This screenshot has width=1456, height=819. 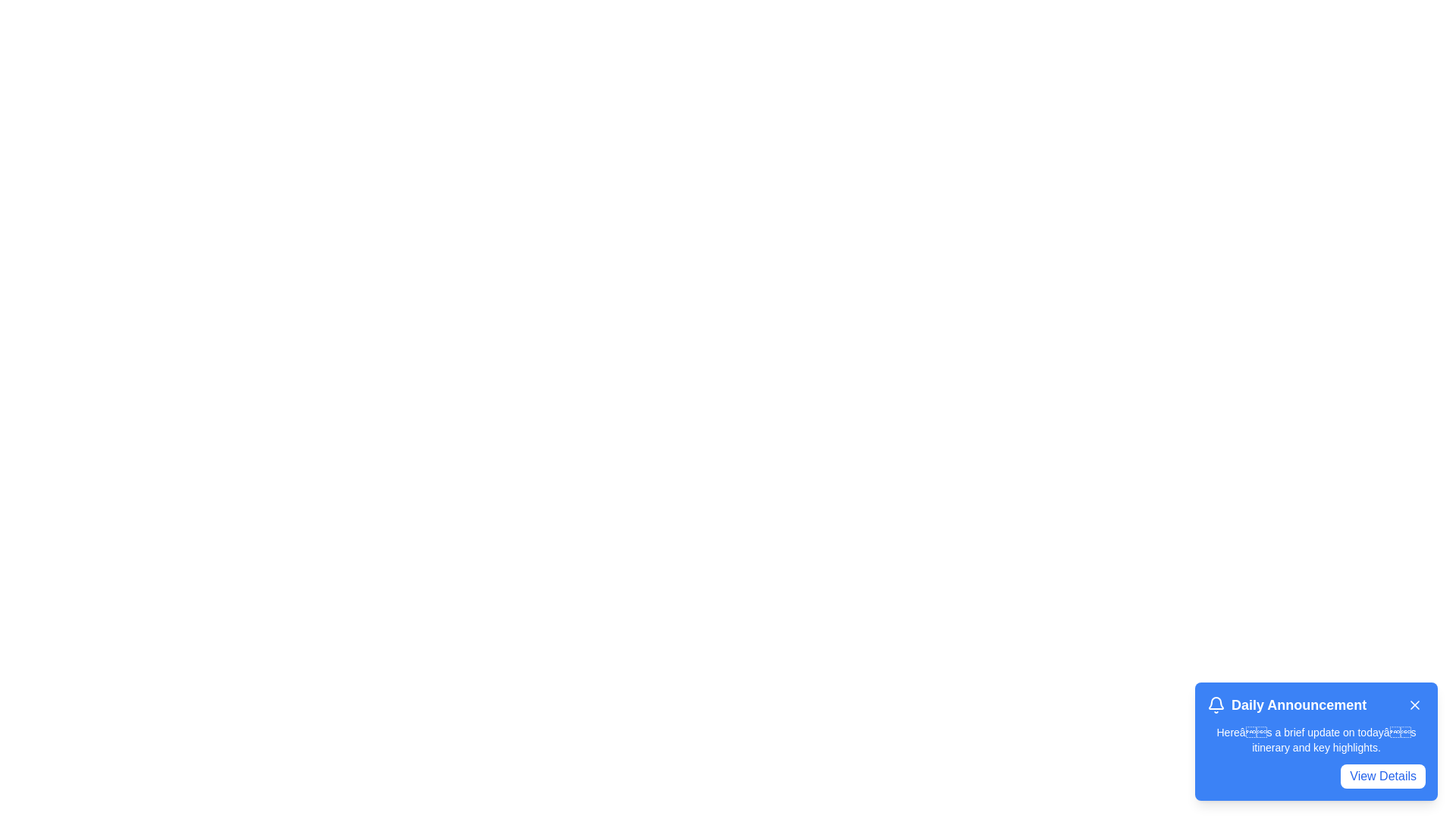 I want to click on the 'View Details' button in the AnnouncementSnackbar component, so click(x=1383, y=776).